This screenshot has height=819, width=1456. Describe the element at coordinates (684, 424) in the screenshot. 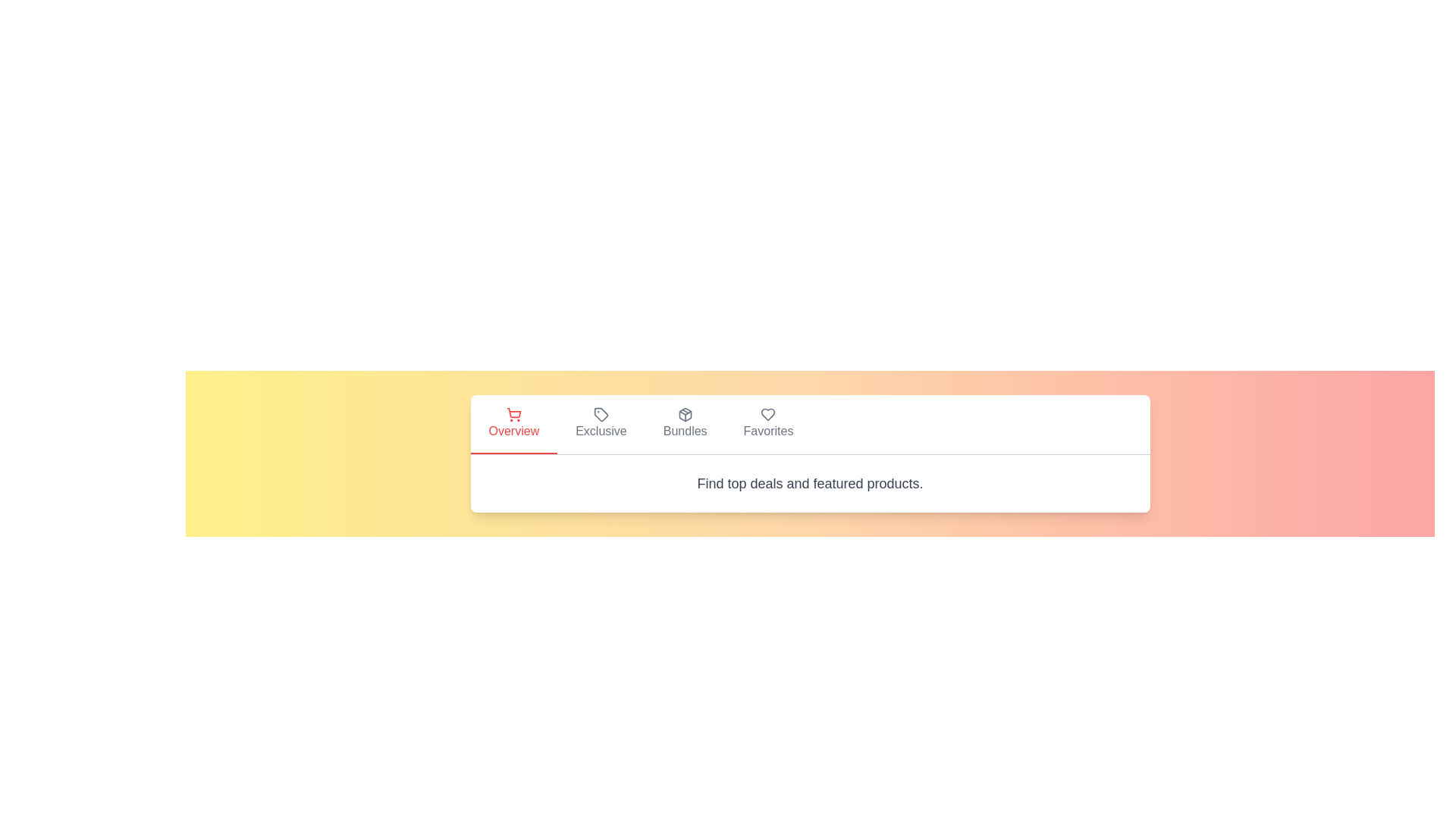

I see `the tab labeled Bundles to switch to that view` at that location.